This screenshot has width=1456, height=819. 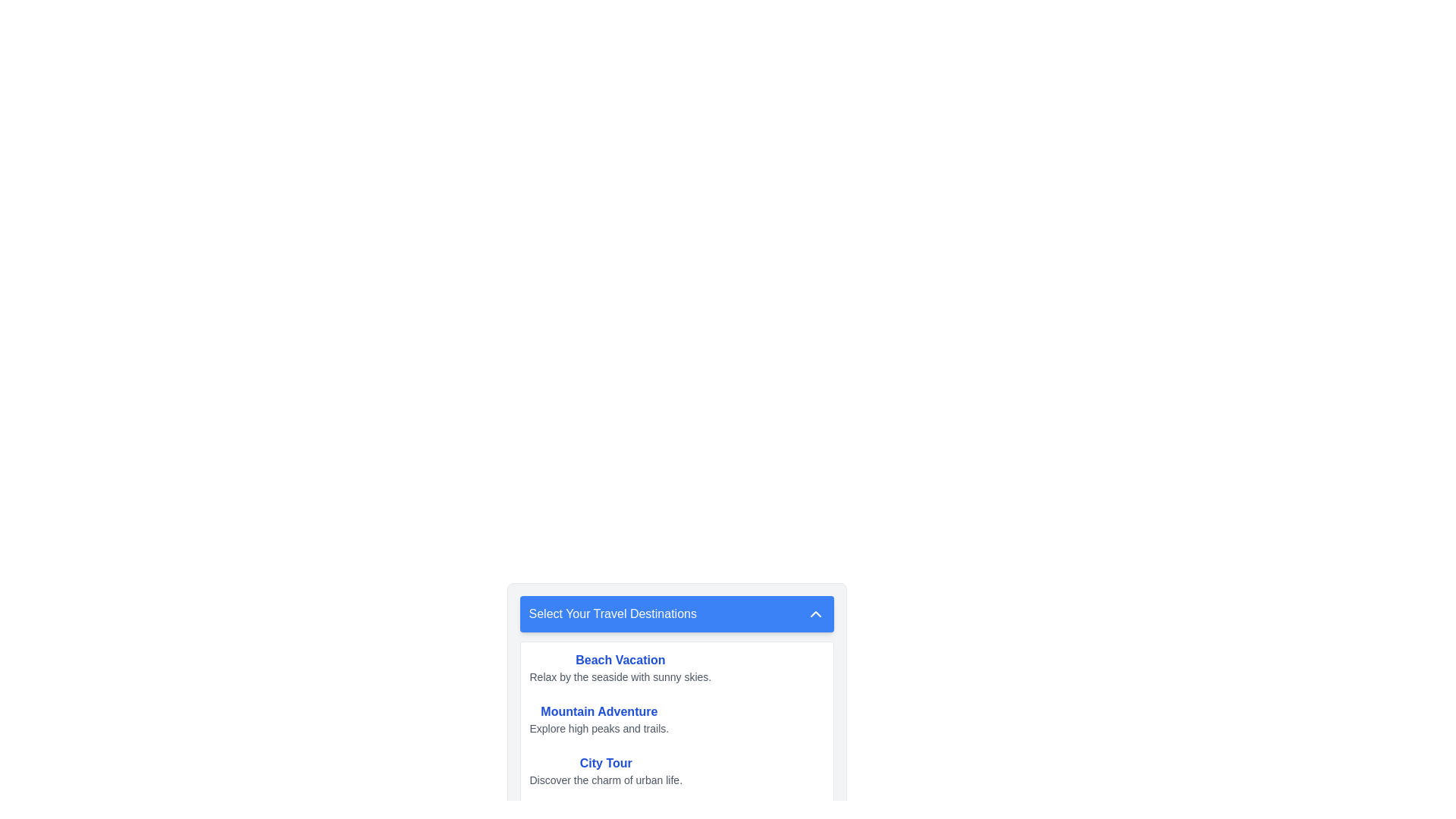 What do you see at coordinates (605, 780) in the screenshot?
I see `the text element that contains 'Discover the charm of urban life.' positioned below the 'City Tour' title` at bounding box center [605, 780].